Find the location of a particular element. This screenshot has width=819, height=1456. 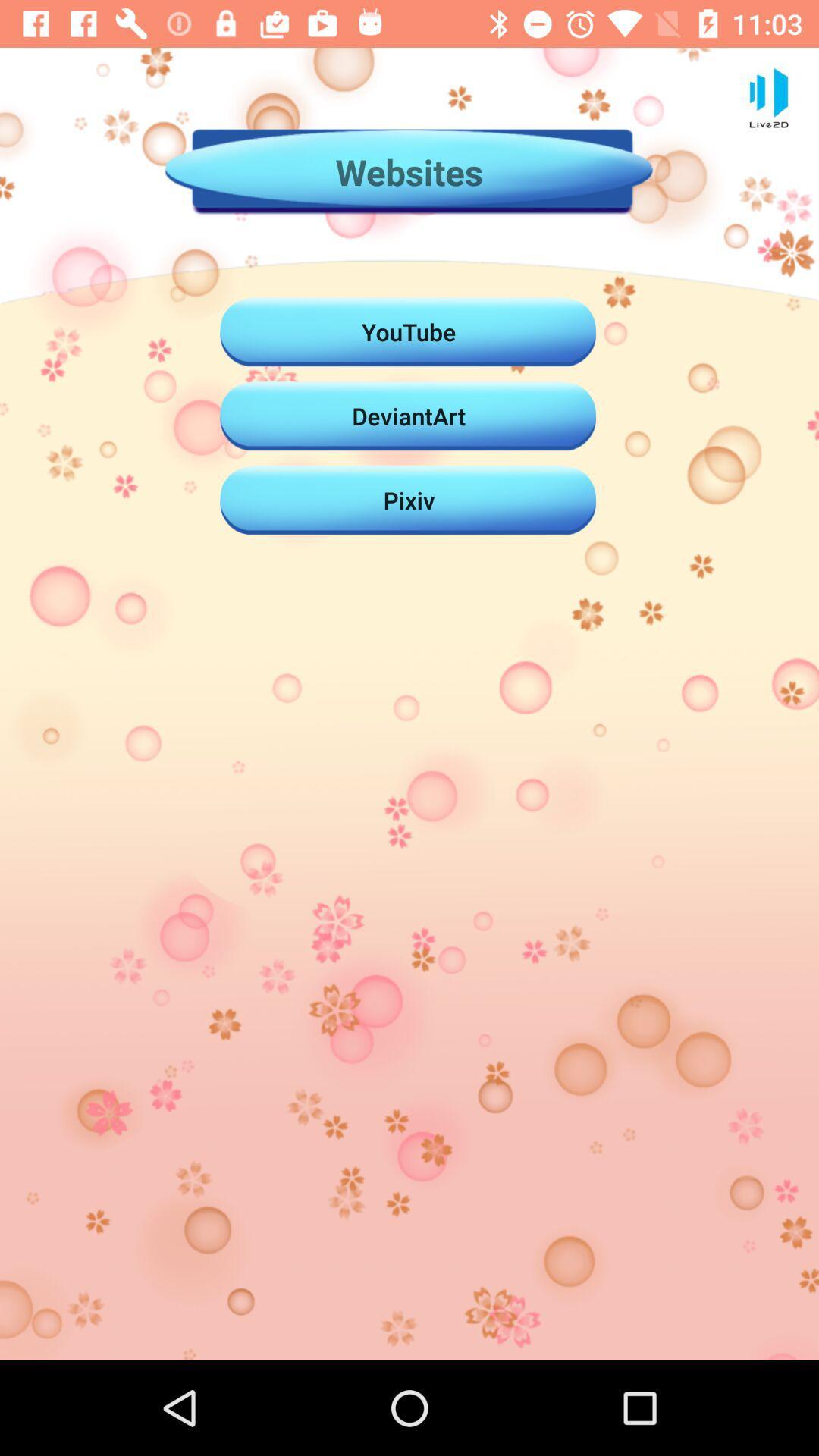

the pixiv item is located at coordinates (408, 500).